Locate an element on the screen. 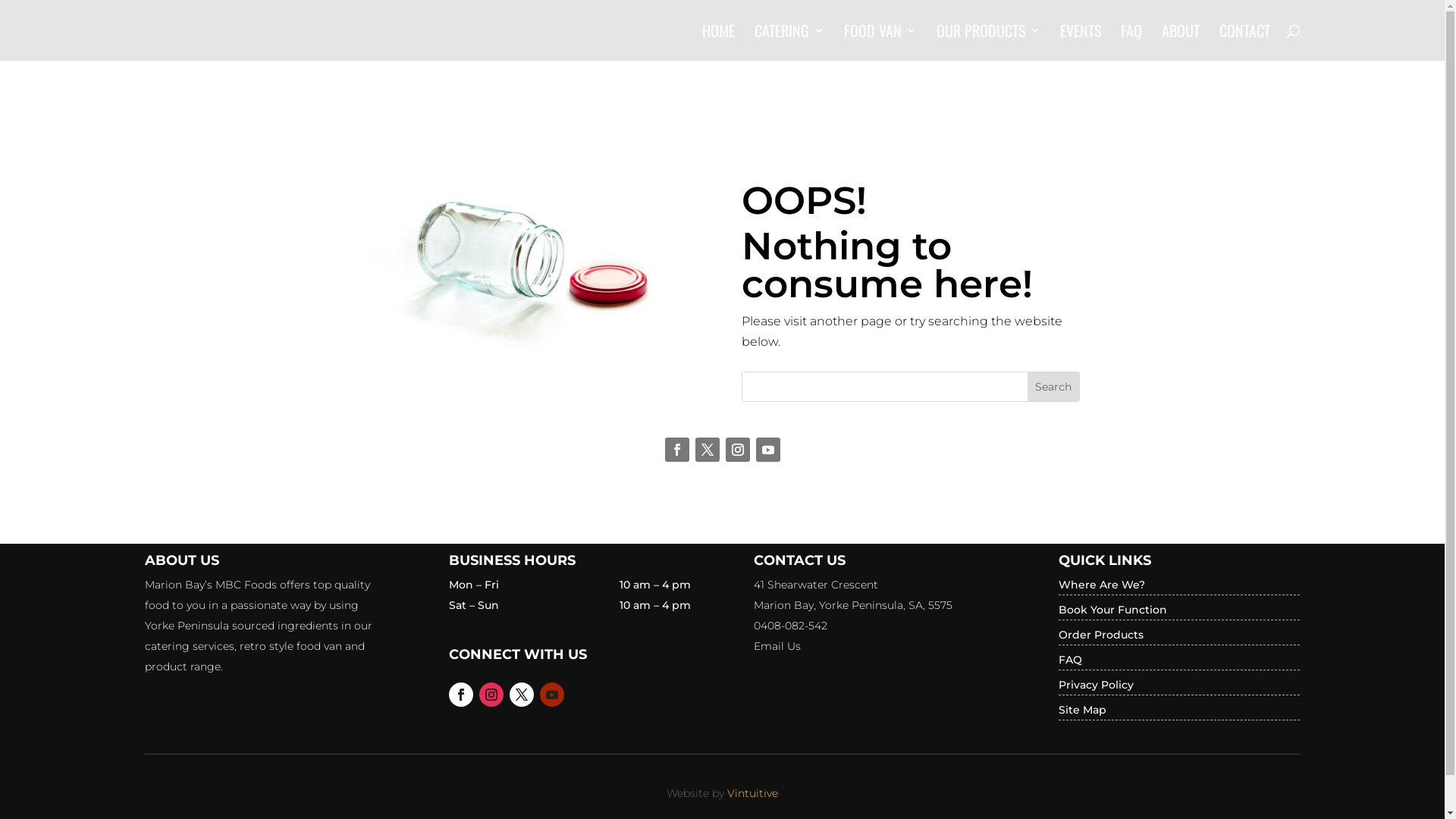 The height and width of the screenshot is (819, 1456). 'Follow on Youtube' is located at coordinates (767, 449).